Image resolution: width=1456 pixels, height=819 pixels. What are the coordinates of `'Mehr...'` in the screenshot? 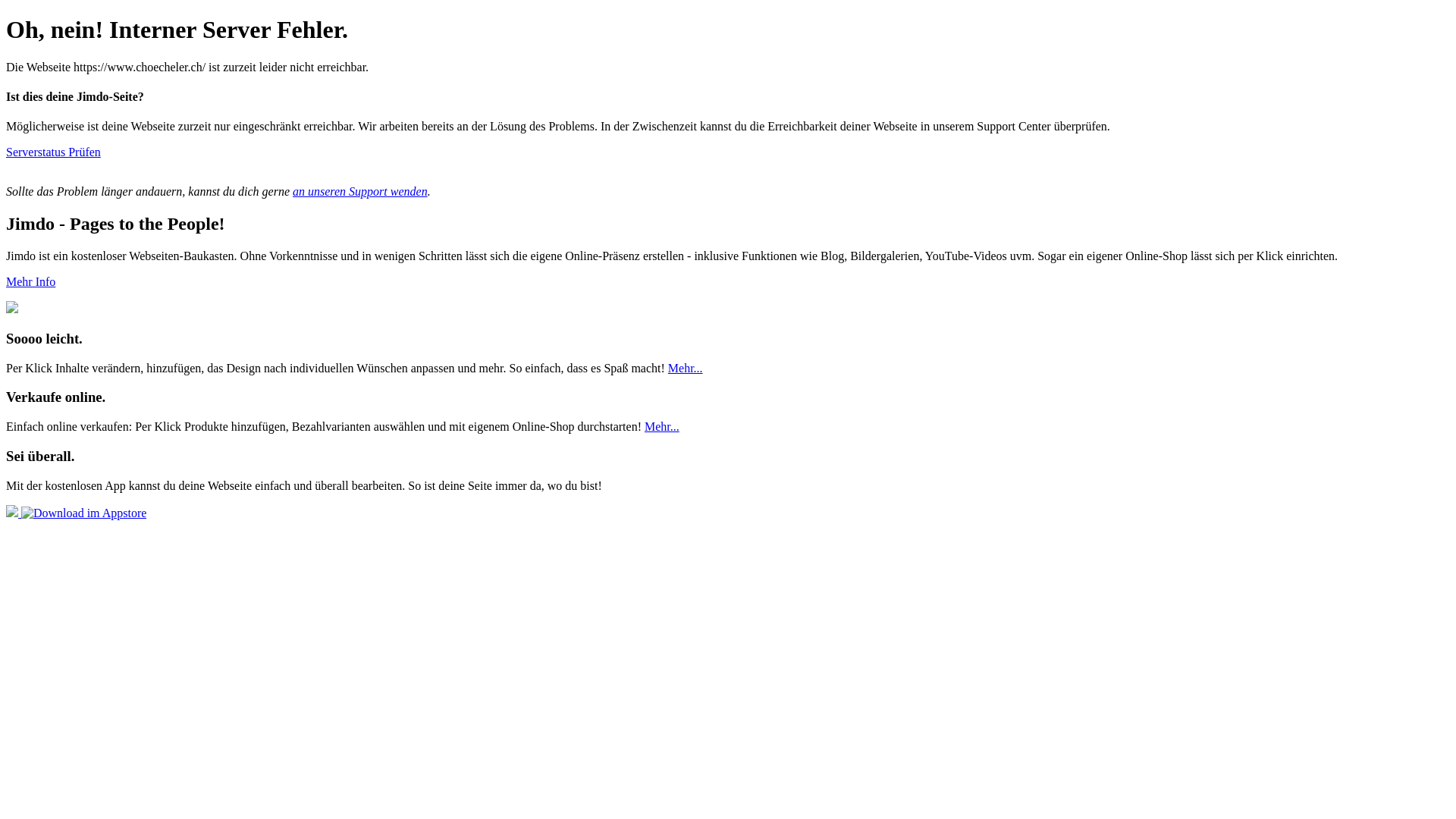 It's located at (684, 368).